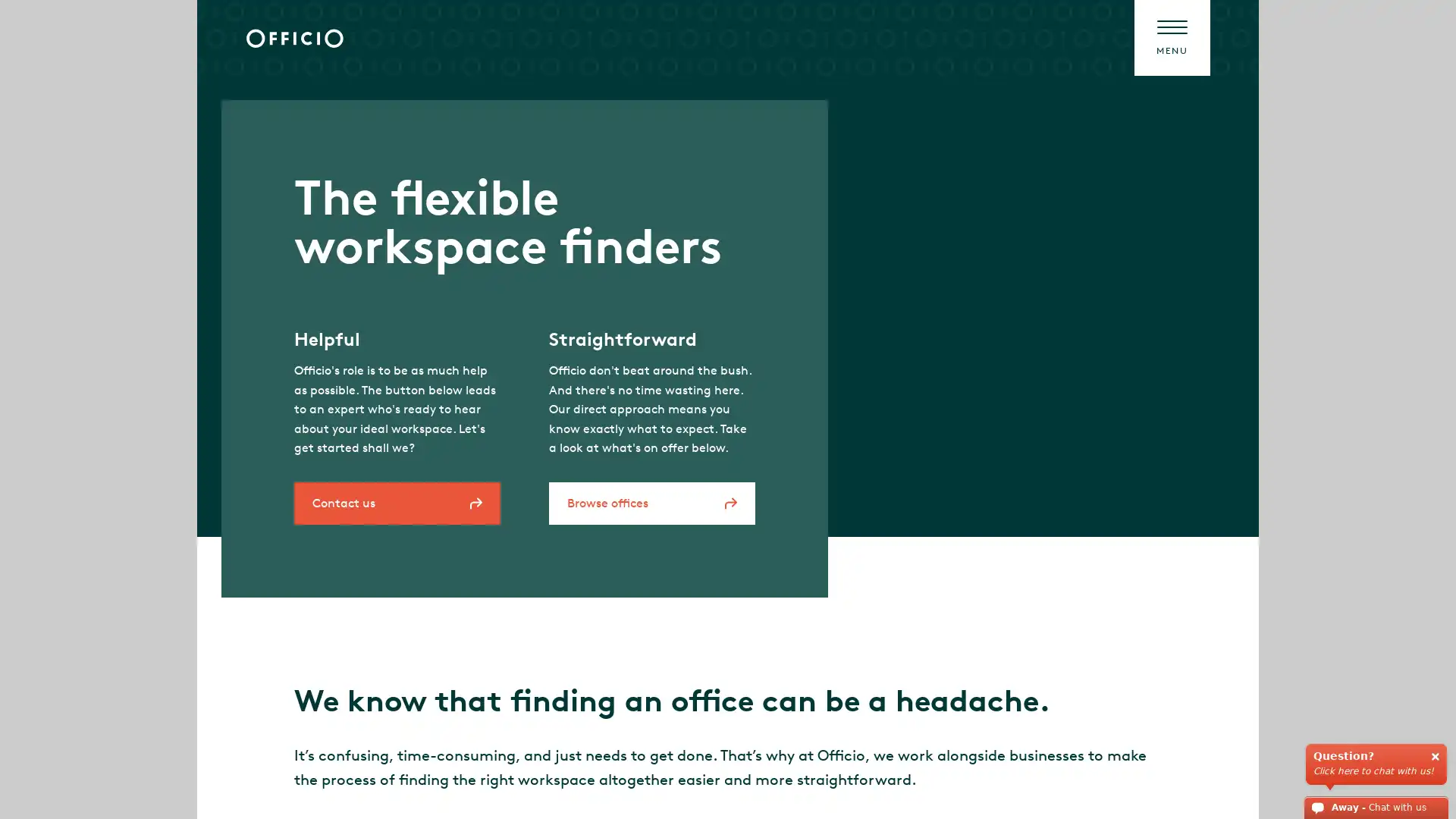 The image size is (1456, 819). I want to click on MENU, so click(1171, 37).